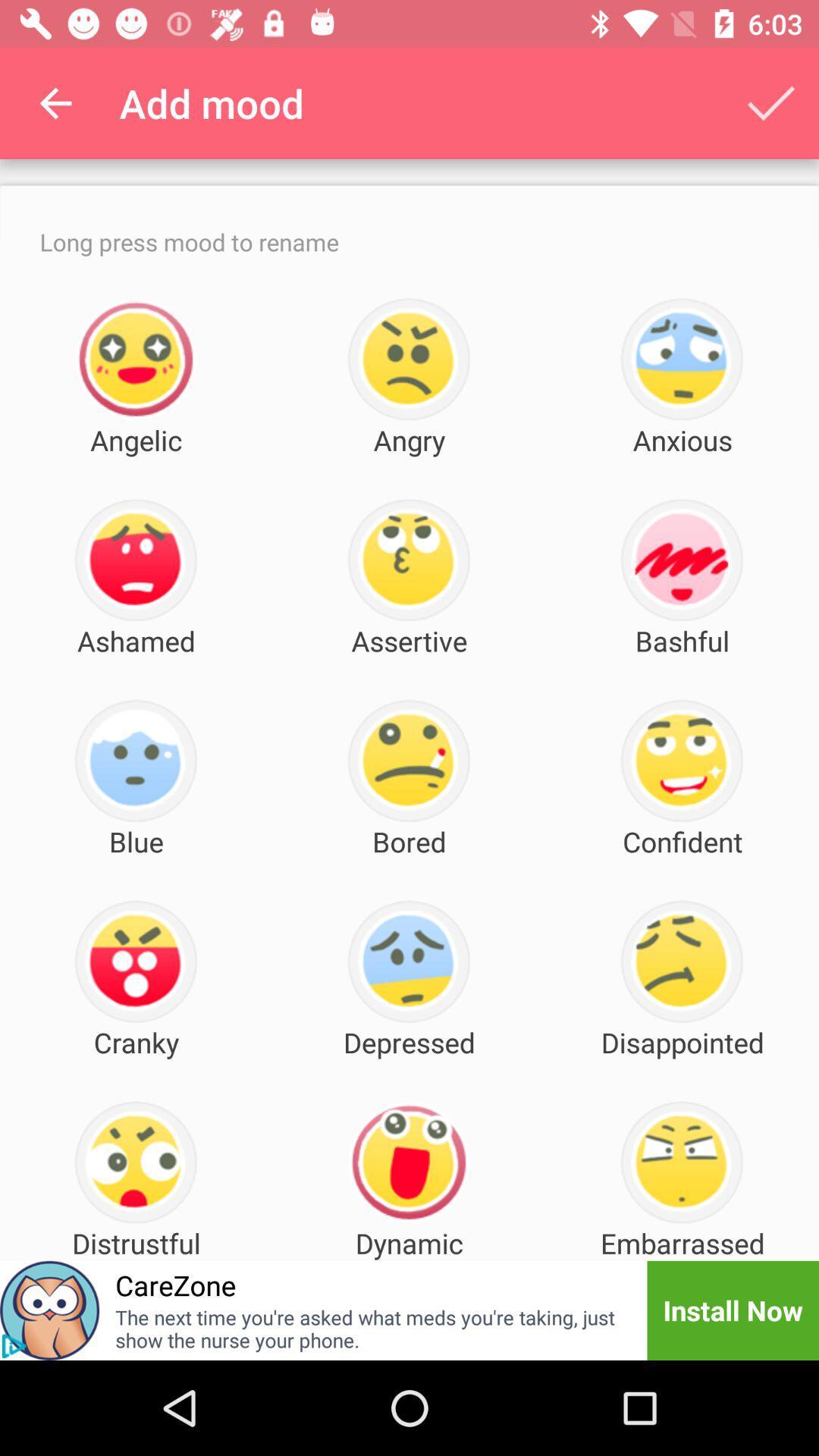  Describe the element at coordinates (14, 1346) in the screenshot. I see `advertisement` at that location.